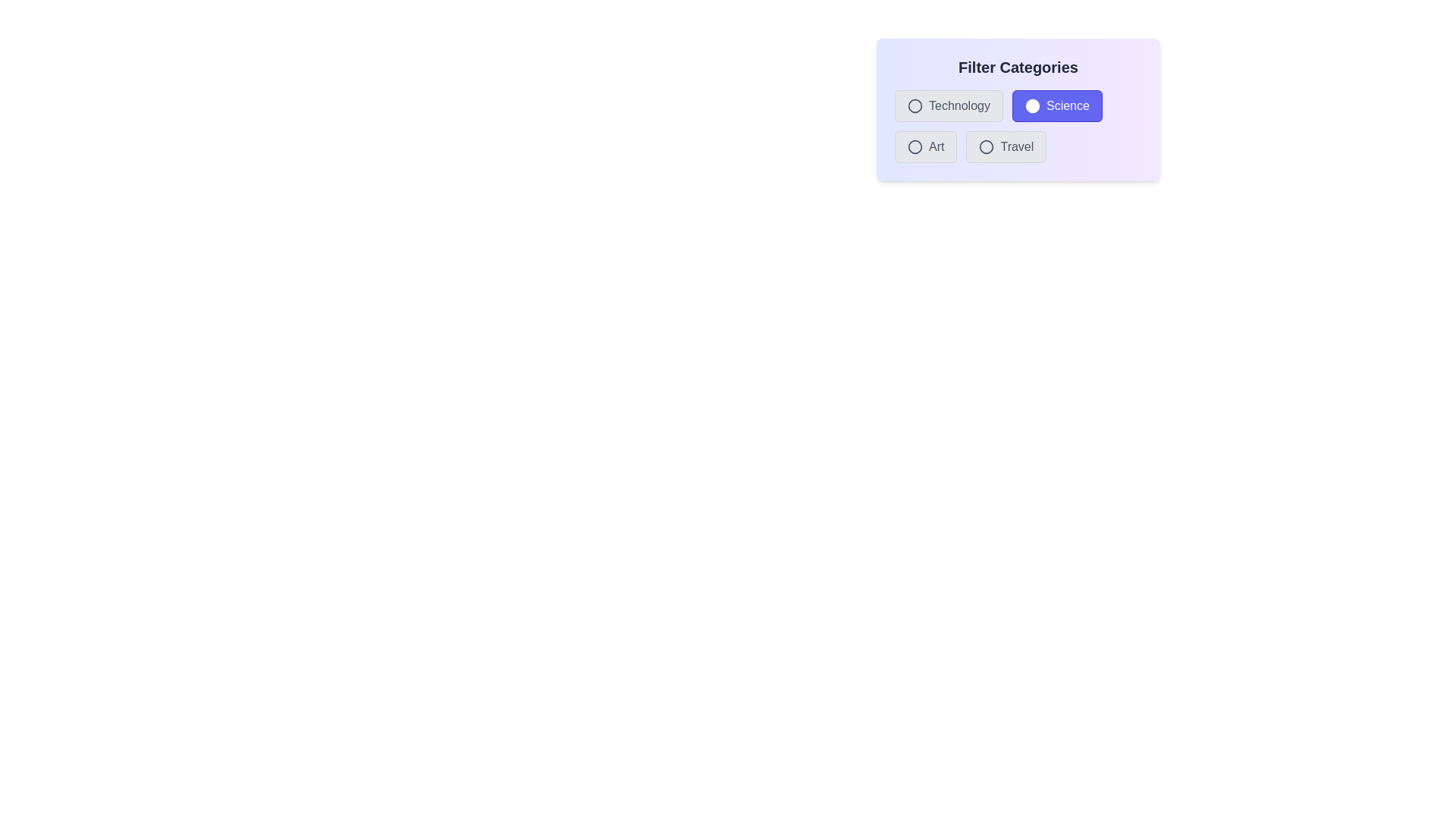  Describe the element at coordinates (914, 105) in the screenshot. I see `the category Technology` at that location.